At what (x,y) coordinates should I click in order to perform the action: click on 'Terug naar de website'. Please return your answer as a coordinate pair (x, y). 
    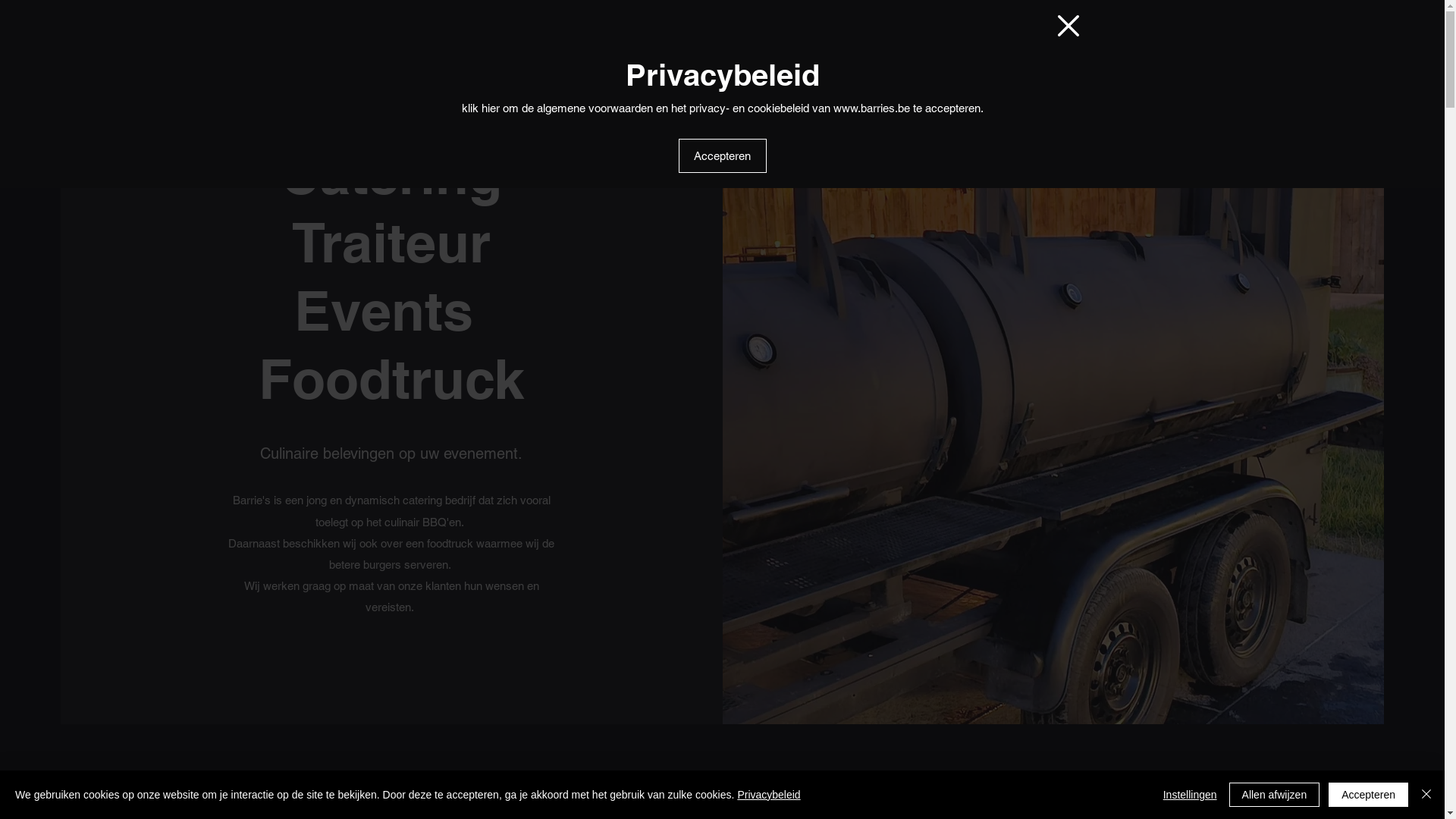
    Looking at the image, I should click on (1066, 26).